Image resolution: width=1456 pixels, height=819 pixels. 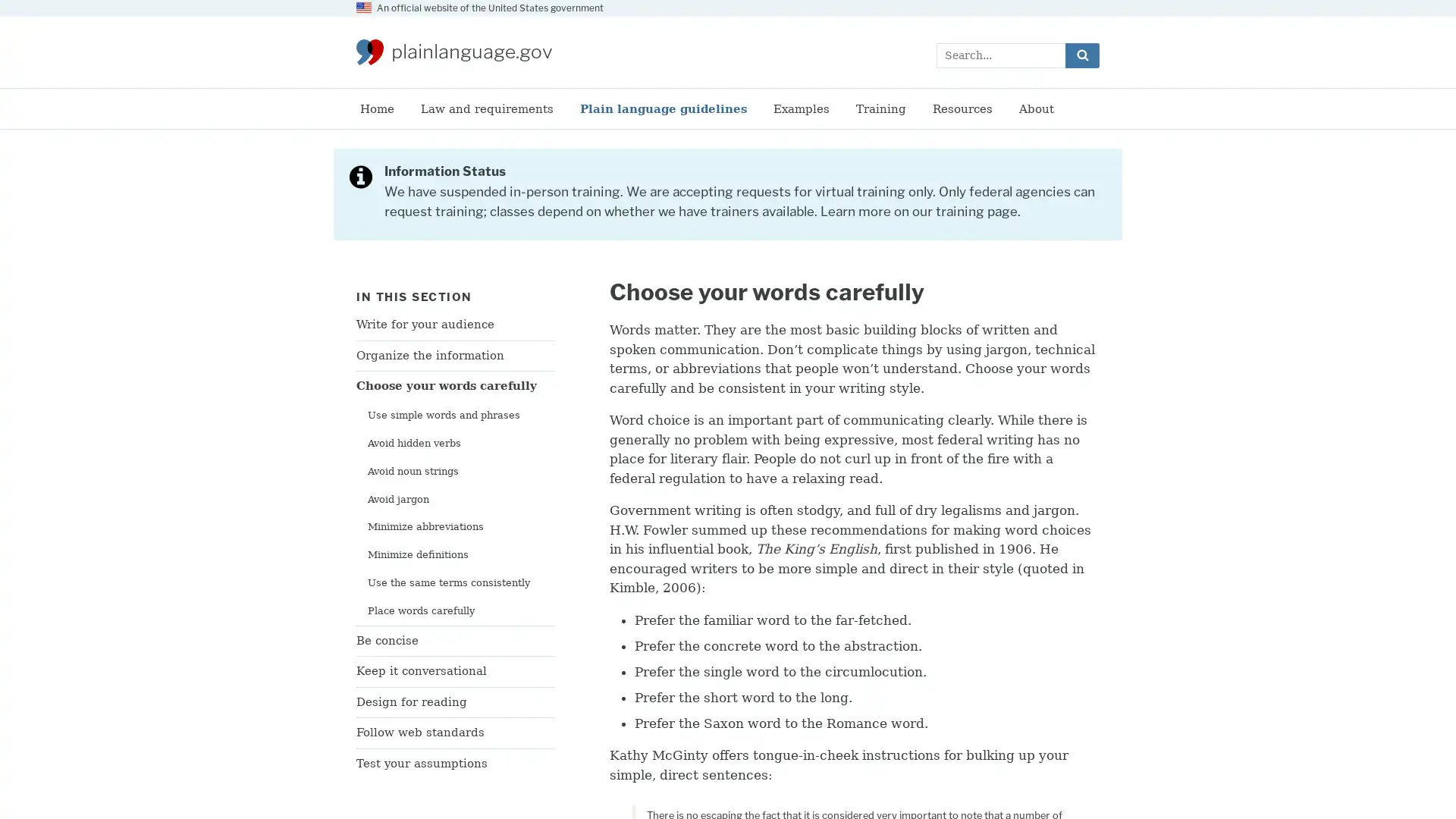 I want to click on Search, so click(x=1081, y=54).